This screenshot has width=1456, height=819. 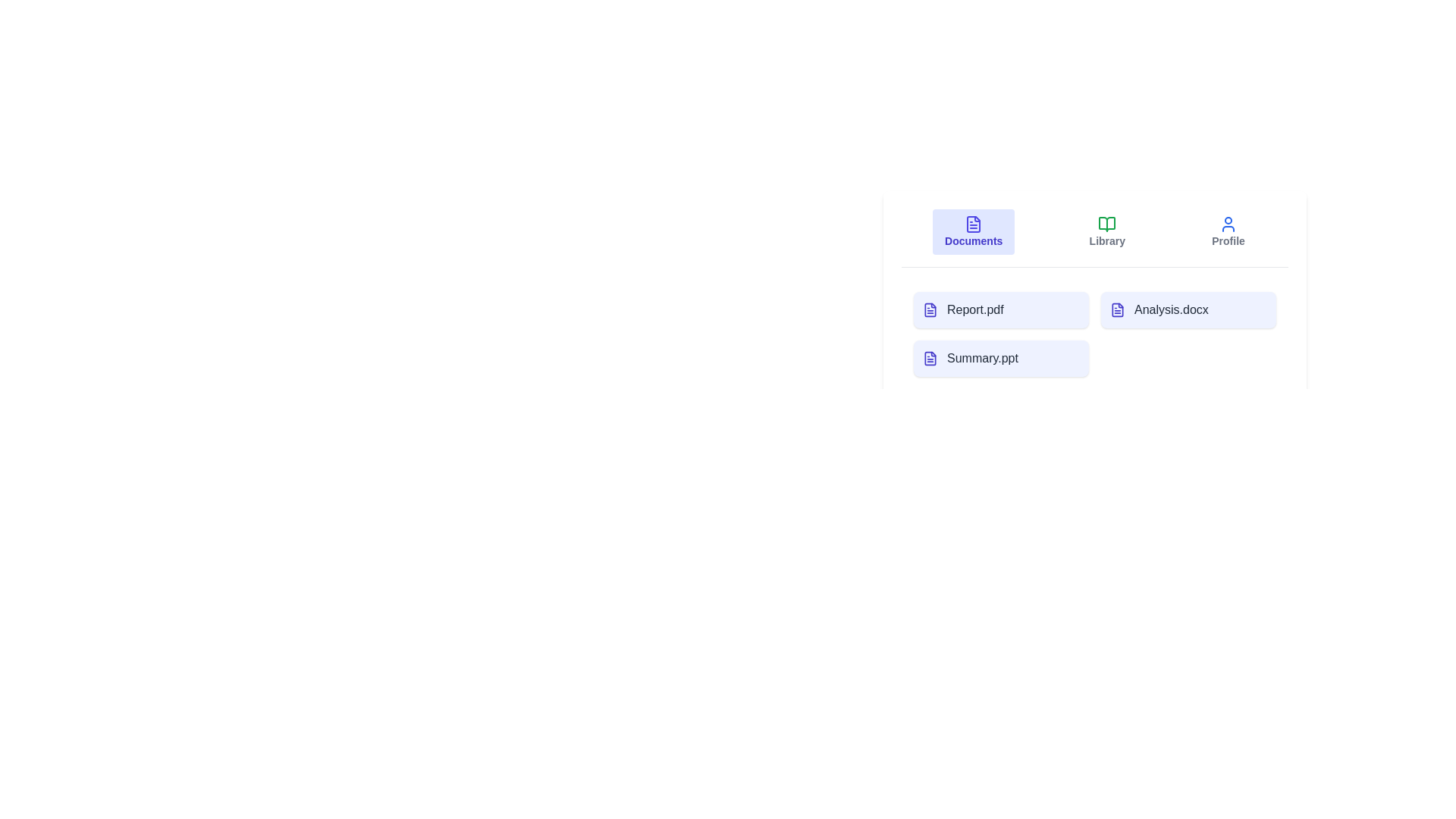 I want to click on the Profile tab to switch to the corresponding view, so click(x=1228, y=231).